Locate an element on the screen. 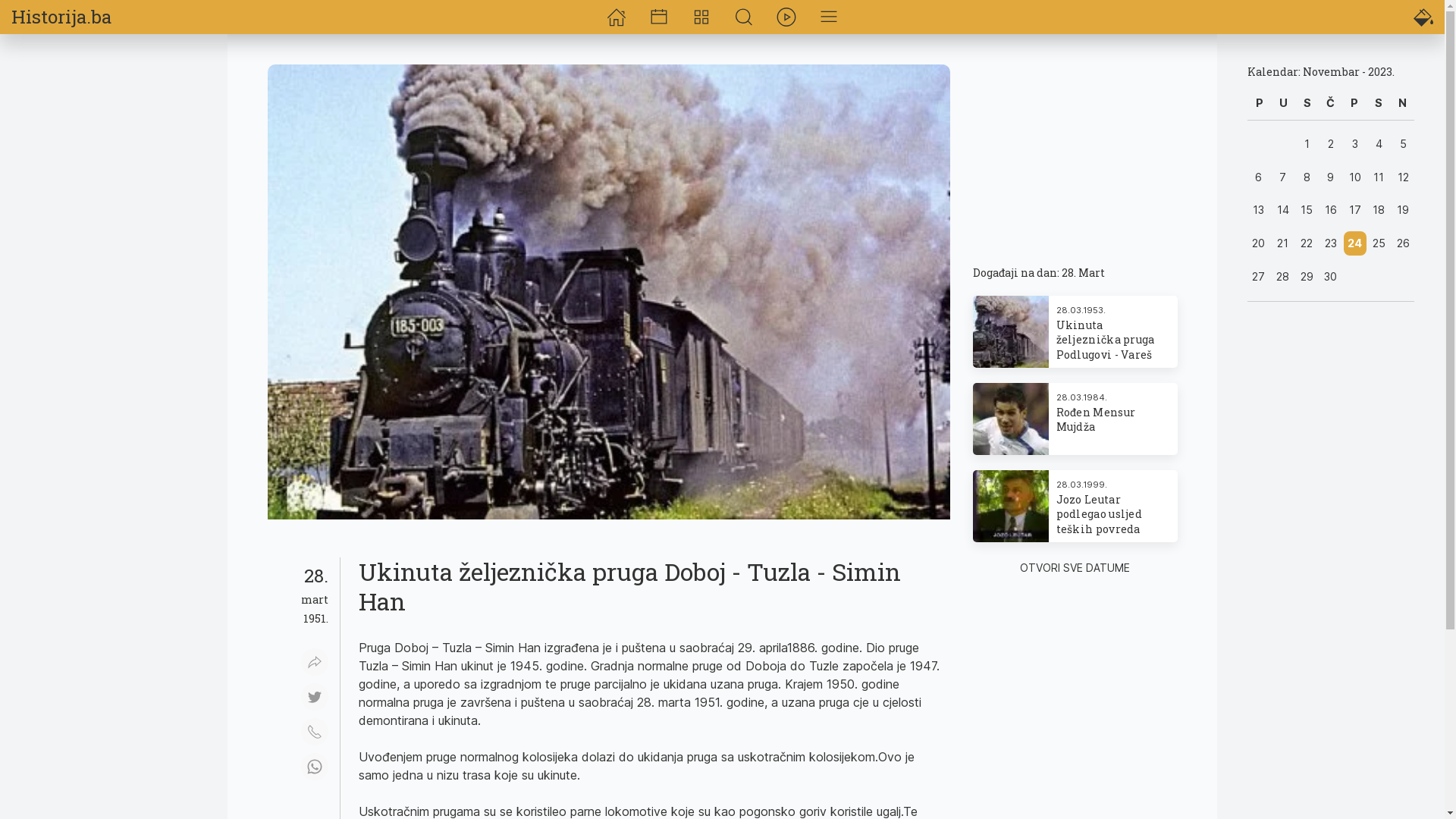  '4' is located at coordinates (1379, 143).